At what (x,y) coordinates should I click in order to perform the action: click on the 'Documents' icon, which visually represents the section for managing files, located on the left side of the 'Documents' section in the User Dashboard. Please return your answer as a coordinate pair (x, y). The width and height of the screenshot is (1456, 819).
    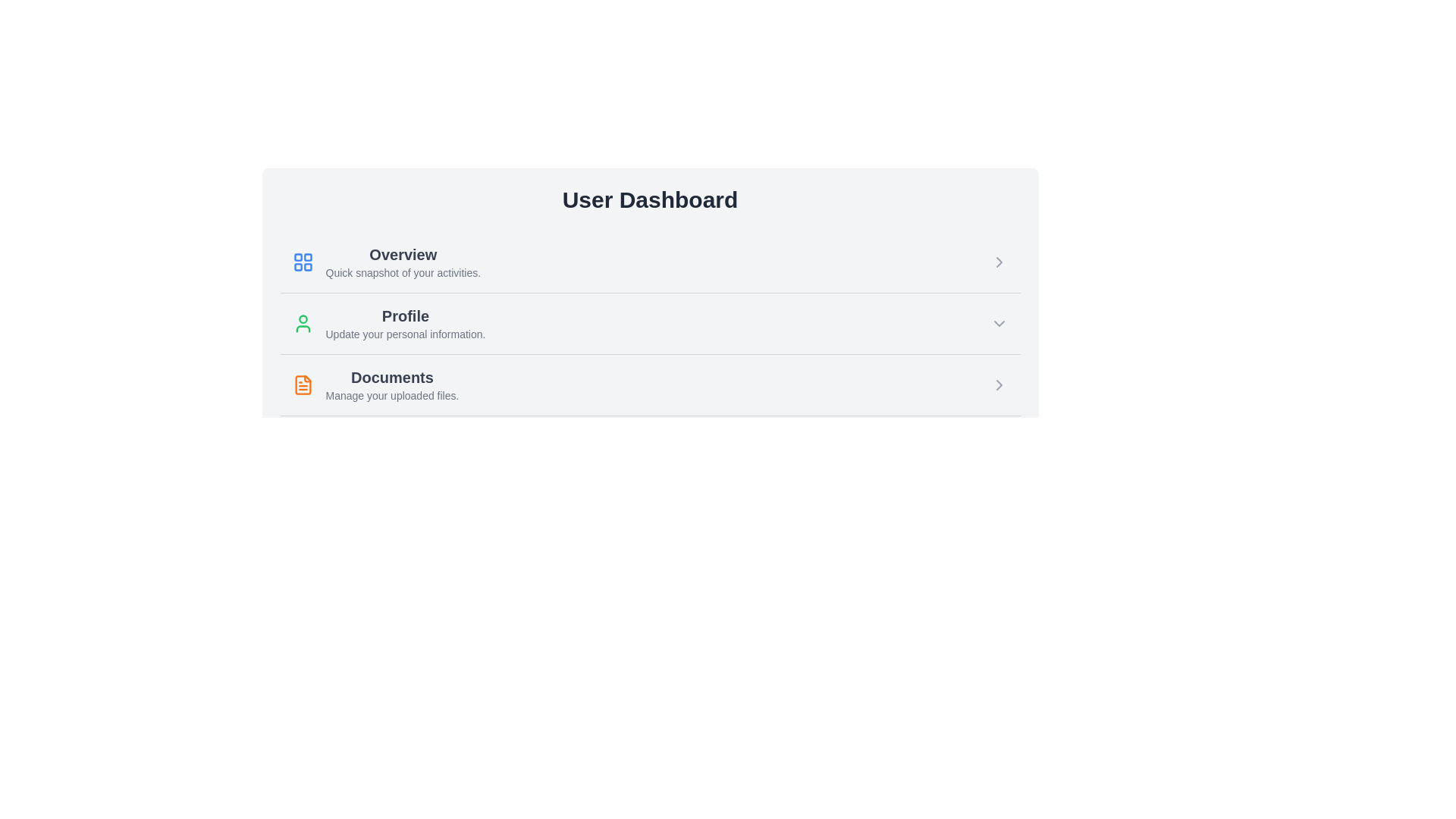
    Looking at the image, I should click on (303, 384).